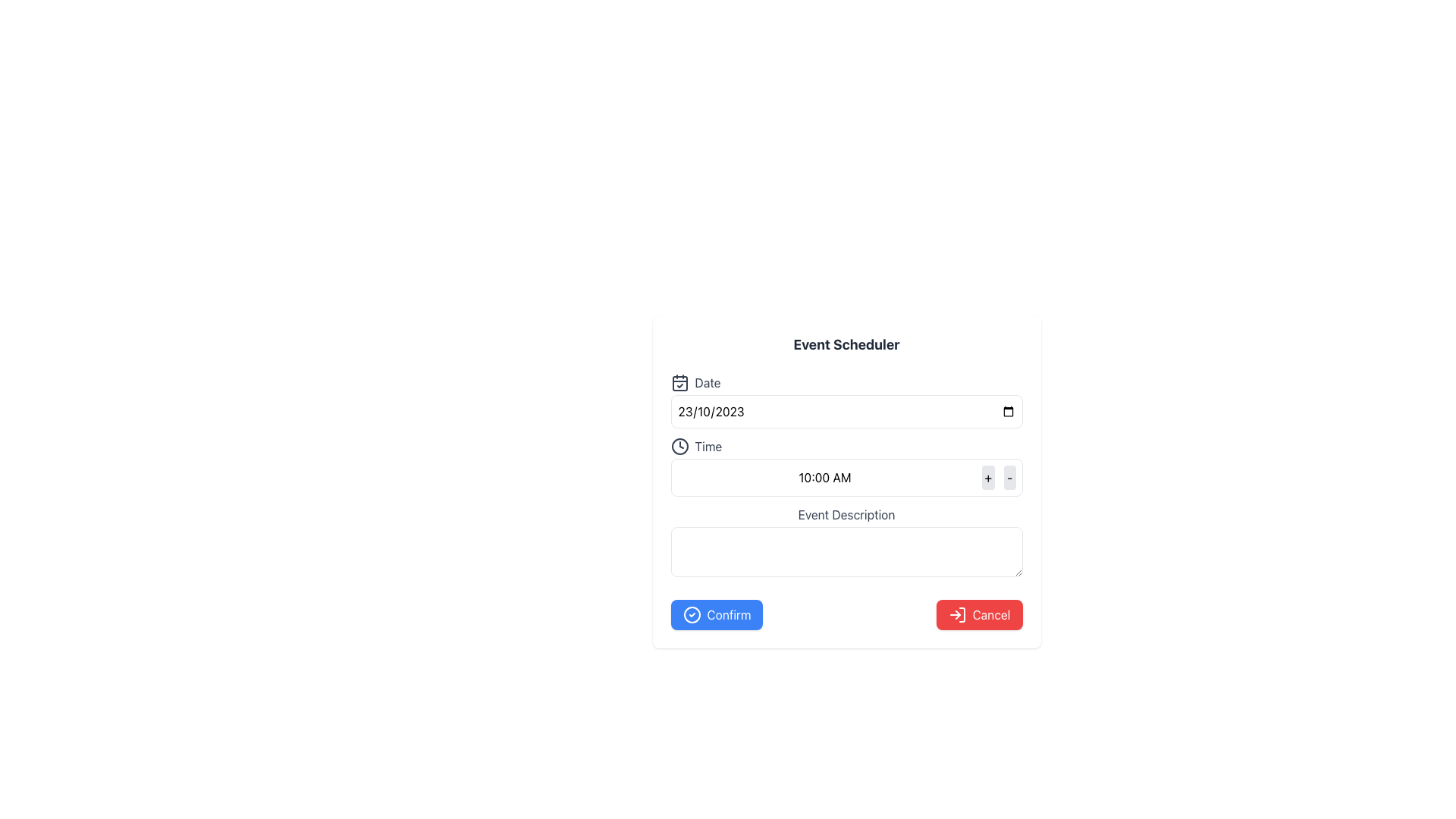 This screenshot has width=1456, height=819. I want to click on the 'Confirm' button, which features a decorative circle with a checkmark symbol, located at the bottom left of the form interface, so click(691, 614).